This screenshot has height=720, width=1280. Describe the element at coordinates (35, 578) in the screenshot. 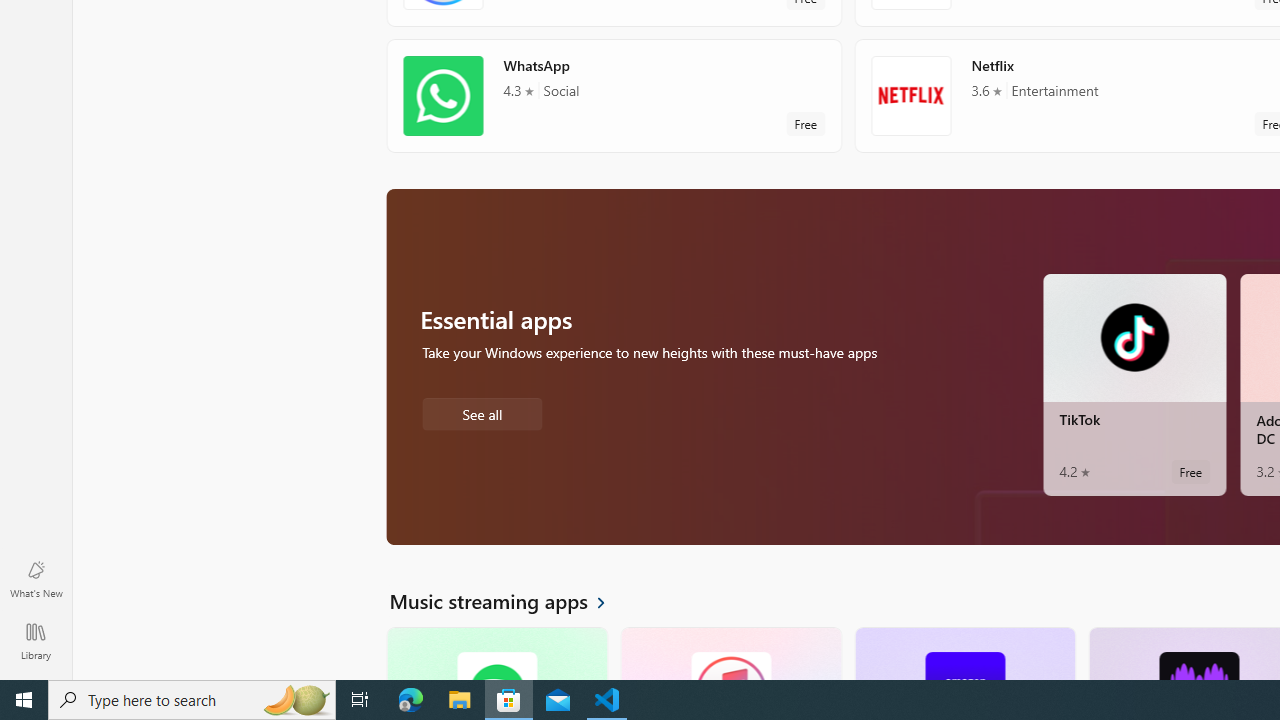

I see `'What'` at that location.